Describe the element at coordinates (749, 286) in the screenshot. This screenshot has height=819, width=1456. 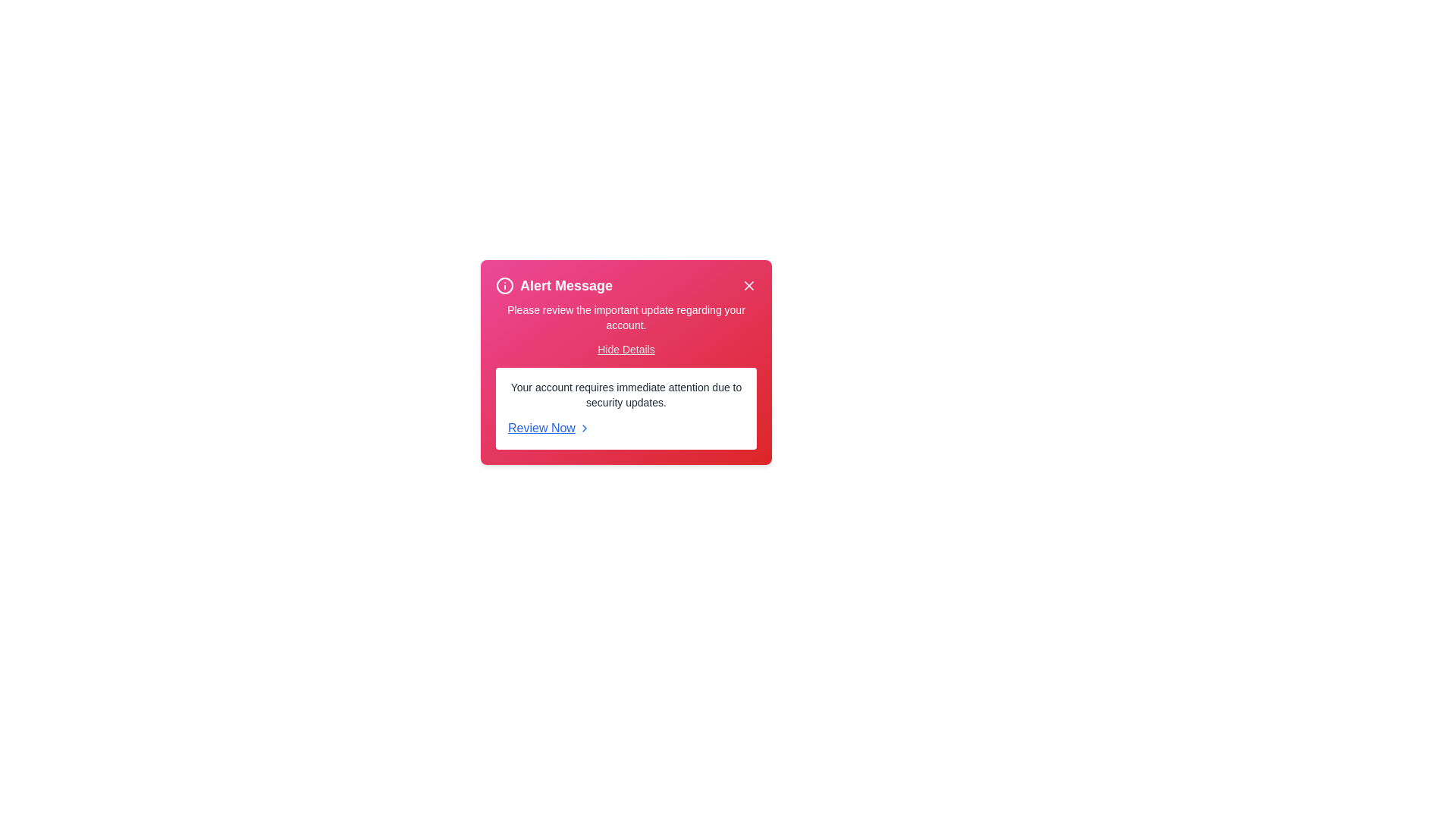
I see `the close button to dismiss the alert` at that location.